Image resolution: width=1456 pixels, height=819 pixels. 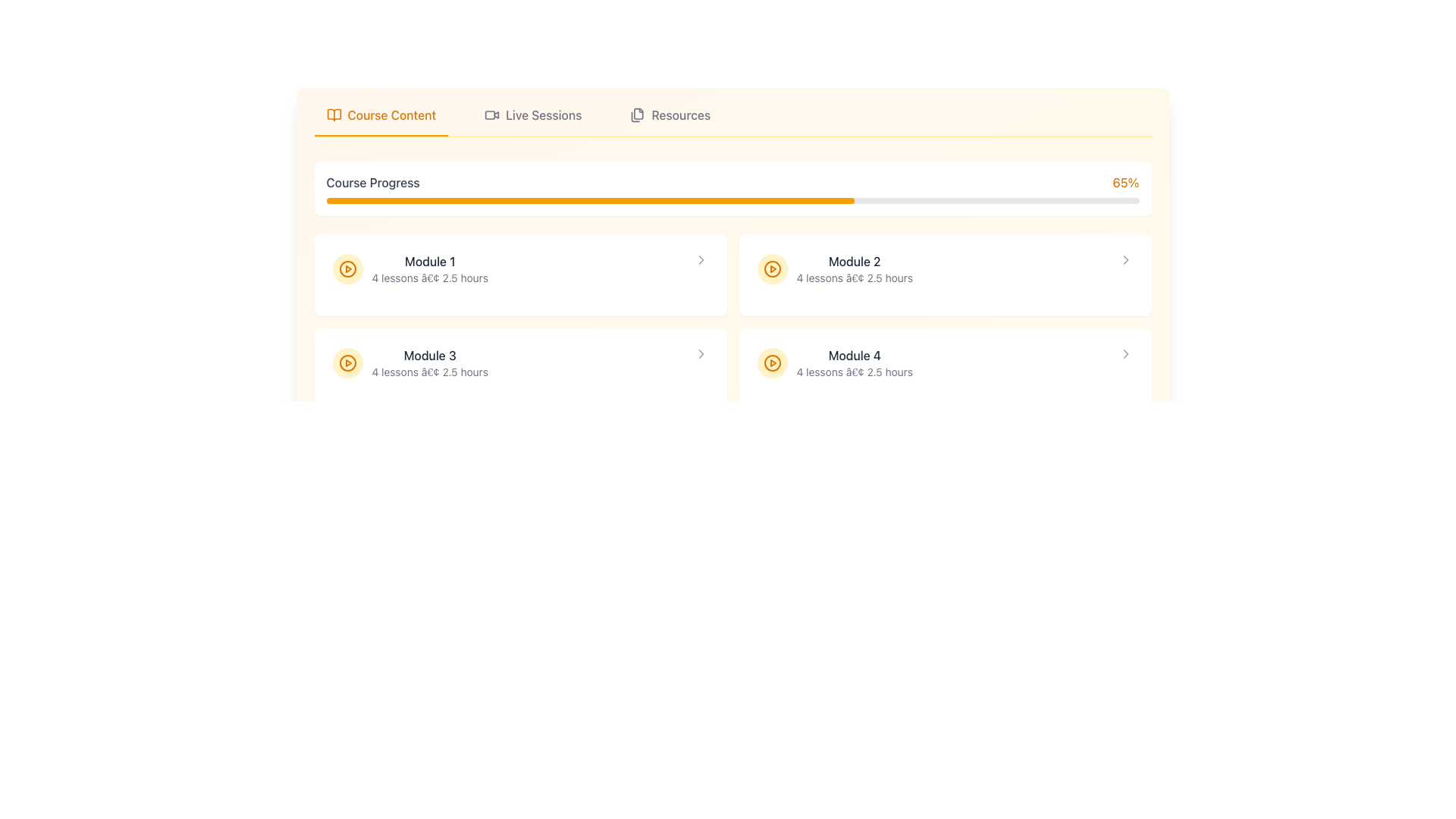 I want to click on the text content block, so click(x=429, y=362).